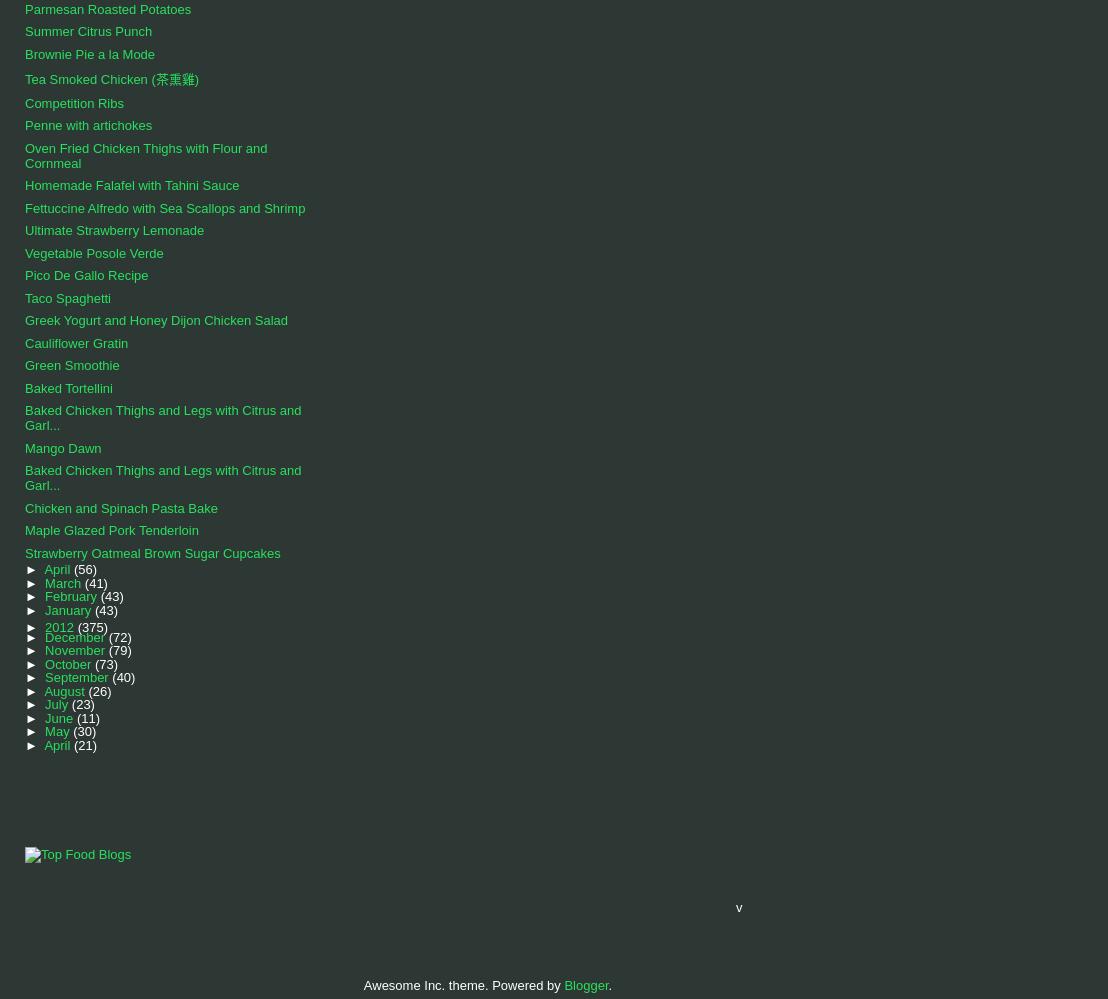  I want to click on 'Pico De Gallo Recipe', so click(85, 275).